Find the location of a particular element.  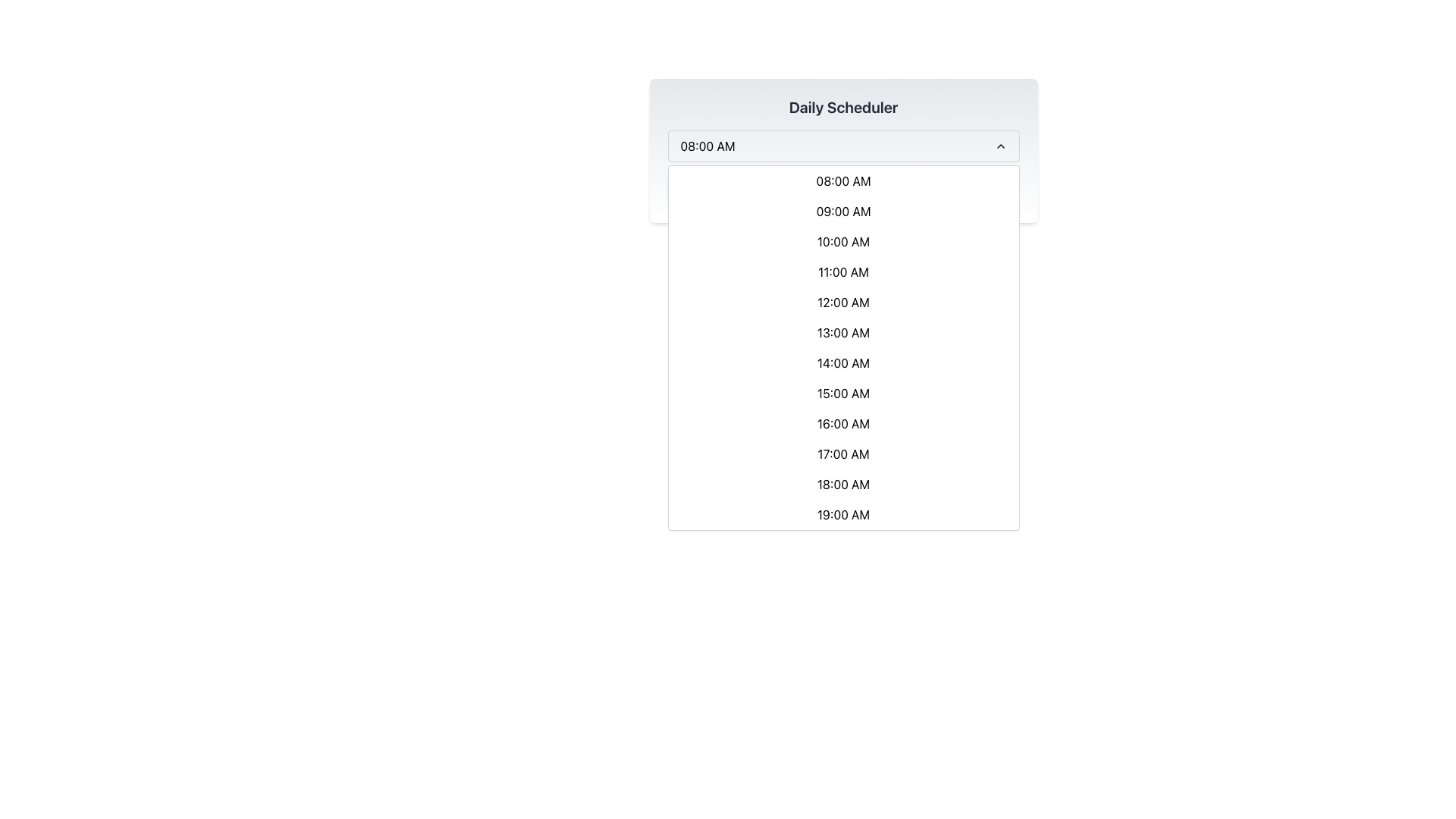

the selectable time option text label located in the fifth position of the scheduling dropdown menu is located at coordinates (843, 302).